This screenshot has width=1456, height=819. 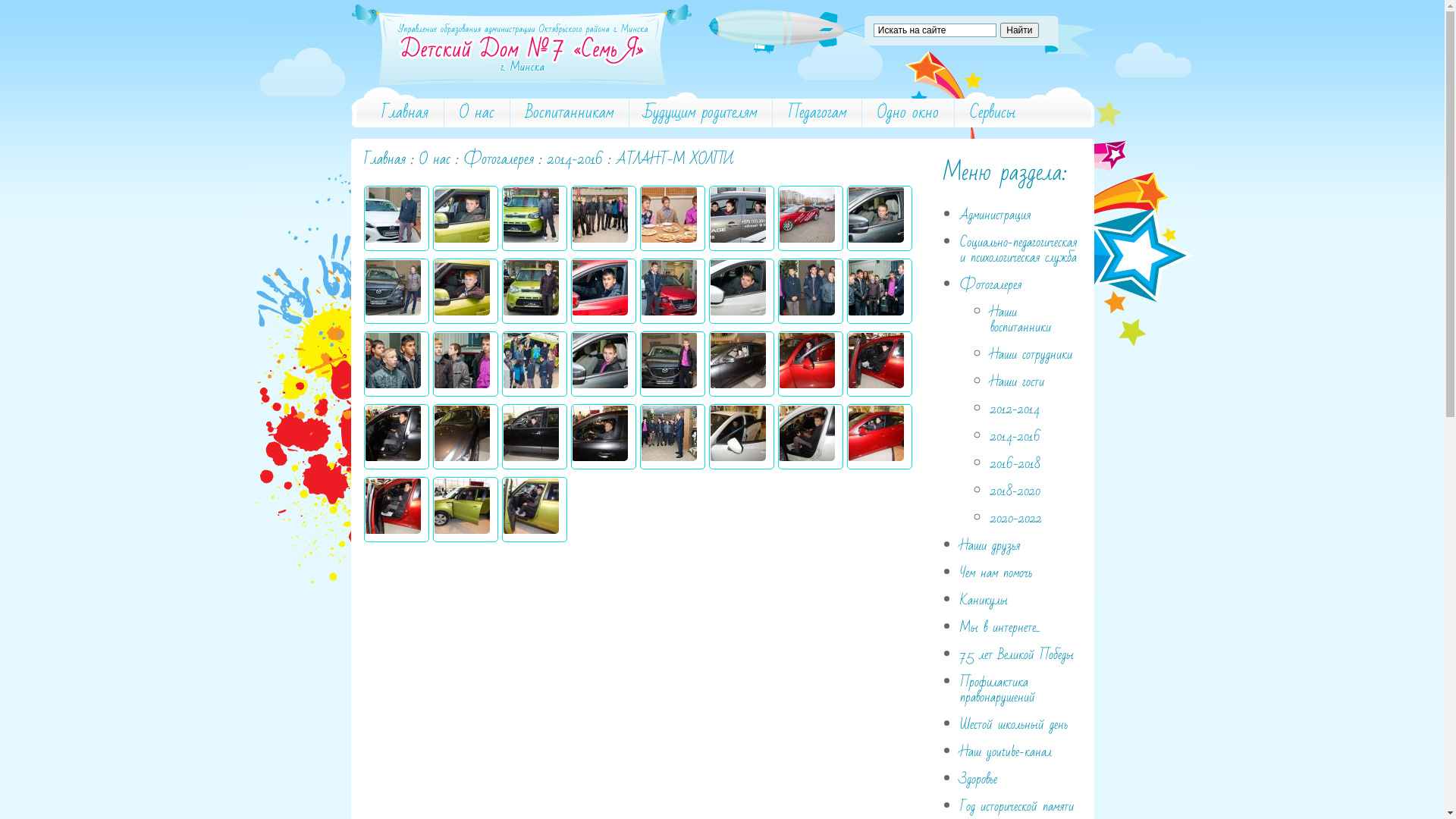 I want to click on '2018-2020', so click(x=1015, y=491).